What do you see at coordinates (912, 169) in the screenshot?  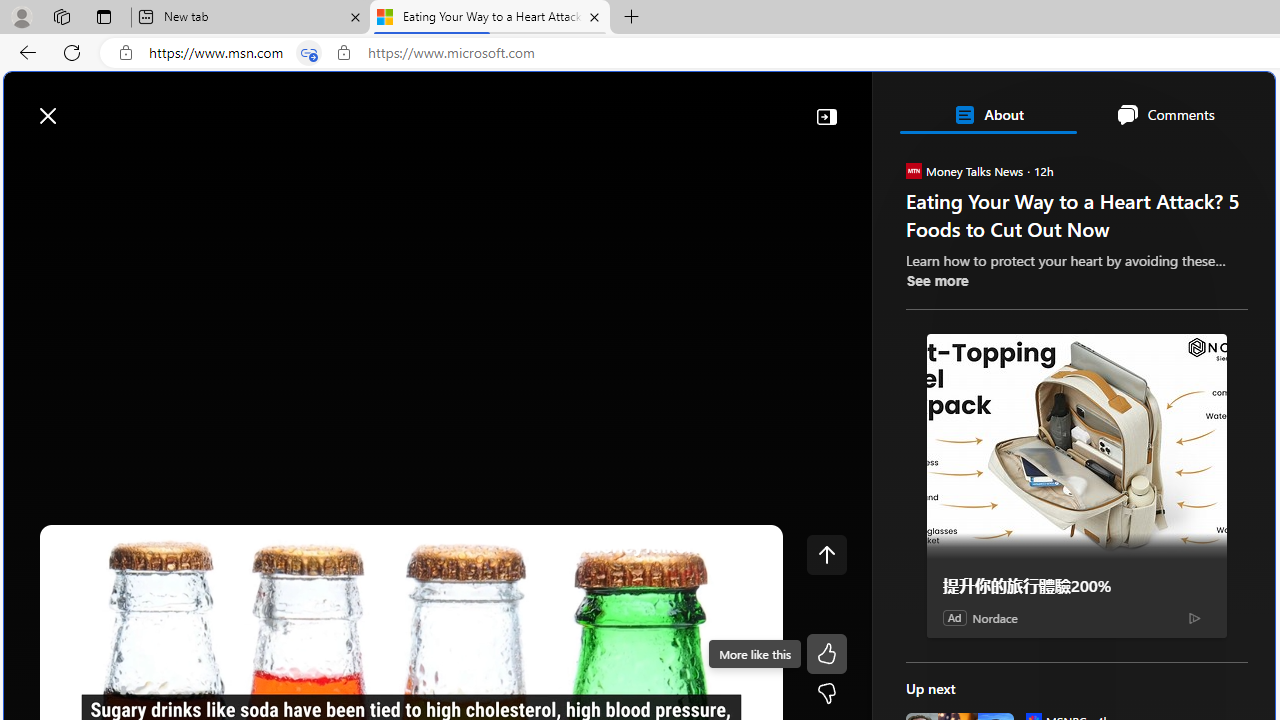 I see `'Money Talks News'` at bounding box center [912, 169].